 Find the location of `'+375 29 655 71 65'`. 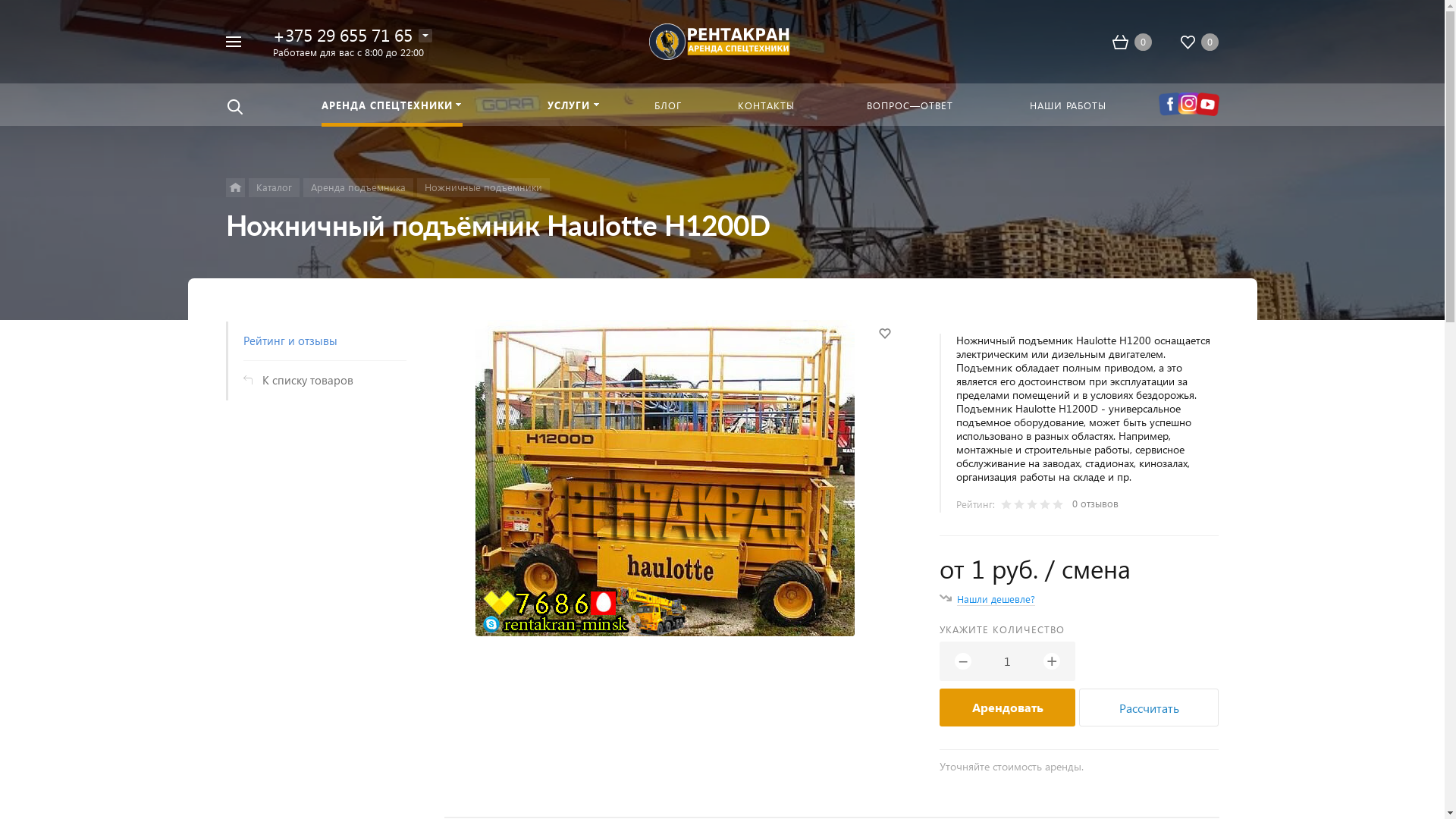

'+375 29 655 71 65' is located at coordinates (341, 34).